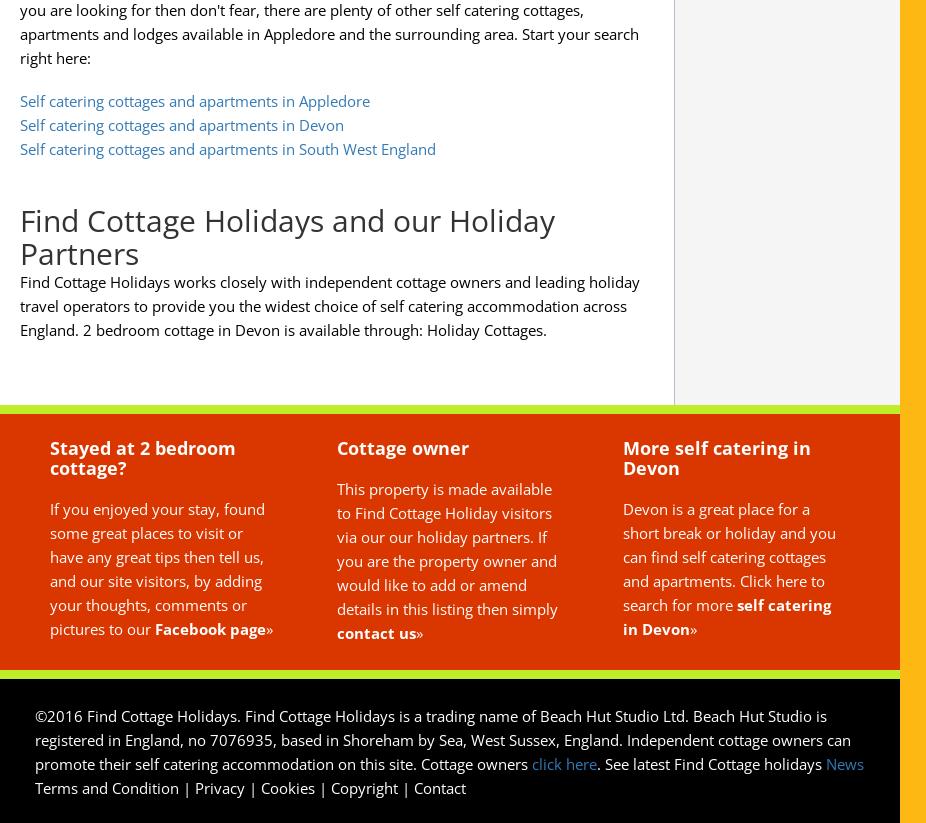  Describe the element at coordinates (209, 627) in the screenshot. I see `'Facebook page'` at that location.